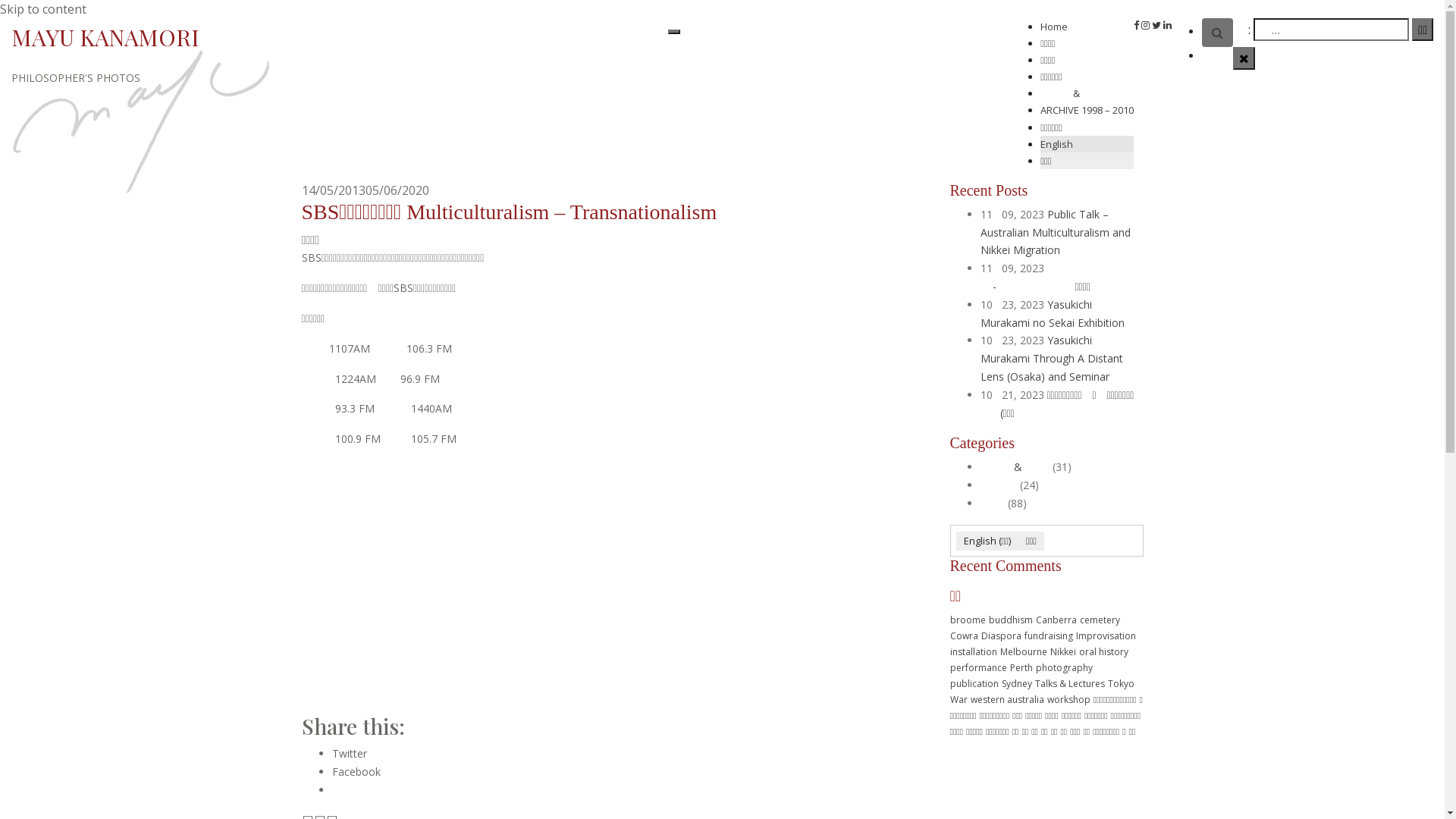  I want to click on 'Tokyo', so click(1120, 683).